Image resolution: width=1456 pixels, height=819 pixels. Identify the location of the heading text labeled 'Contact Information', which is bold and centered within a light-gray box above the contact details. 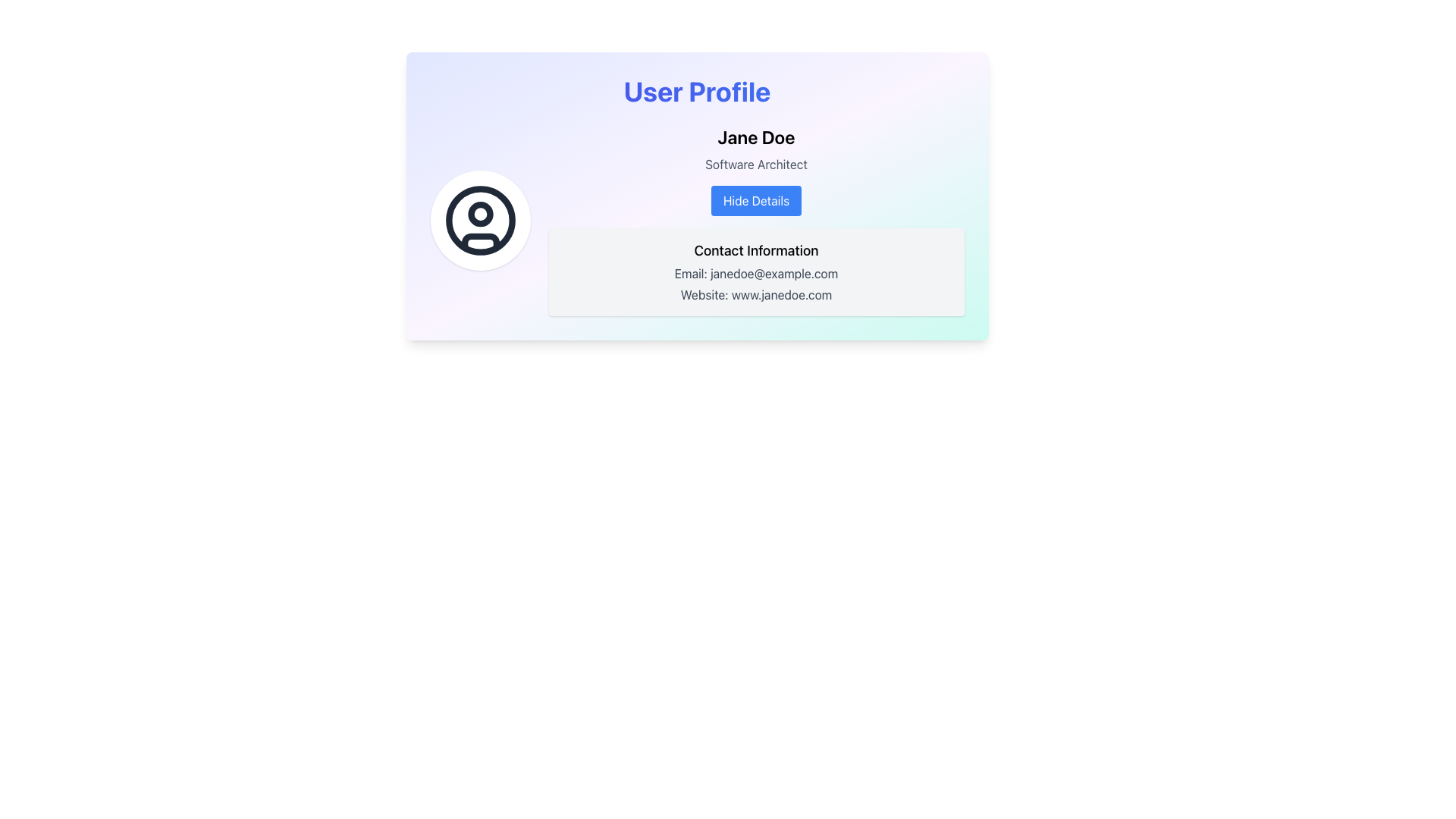
(756, 250).